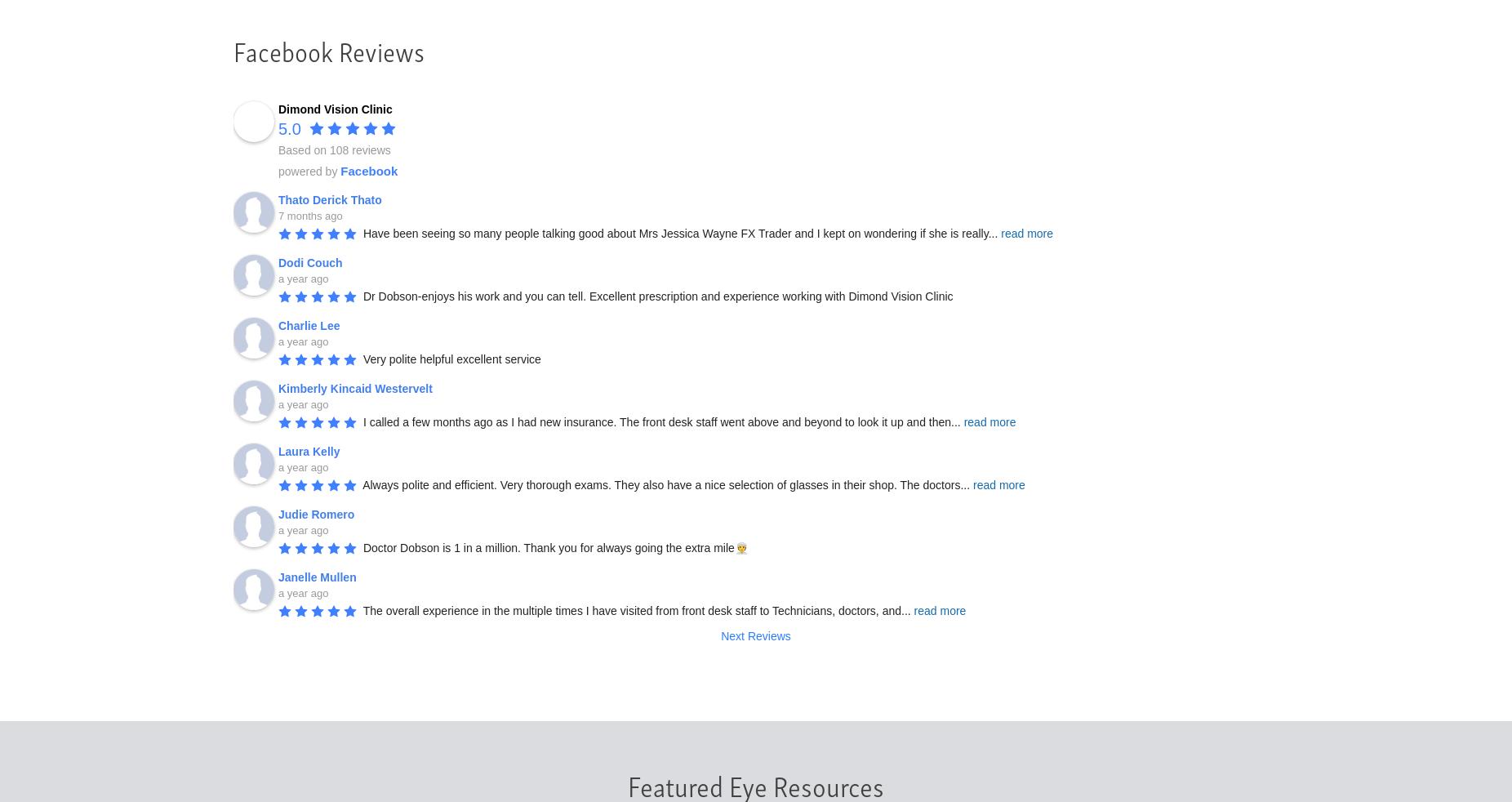 This screenshot has width=1512, height=802. I want to click on 'Janelle Mullen', so click(317, 575).